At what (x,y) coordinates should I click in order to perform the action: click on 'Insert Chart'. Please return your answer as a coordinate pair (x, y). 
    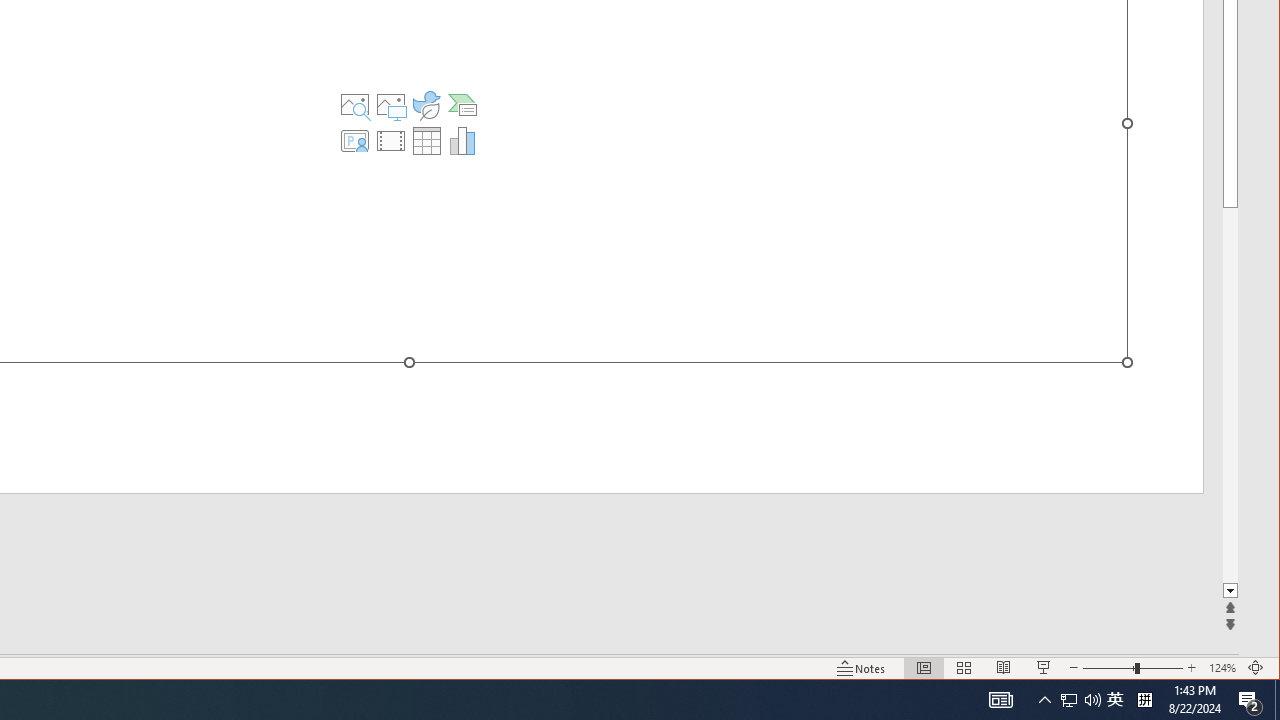
    Looking at the image, I should click on (461, 140).